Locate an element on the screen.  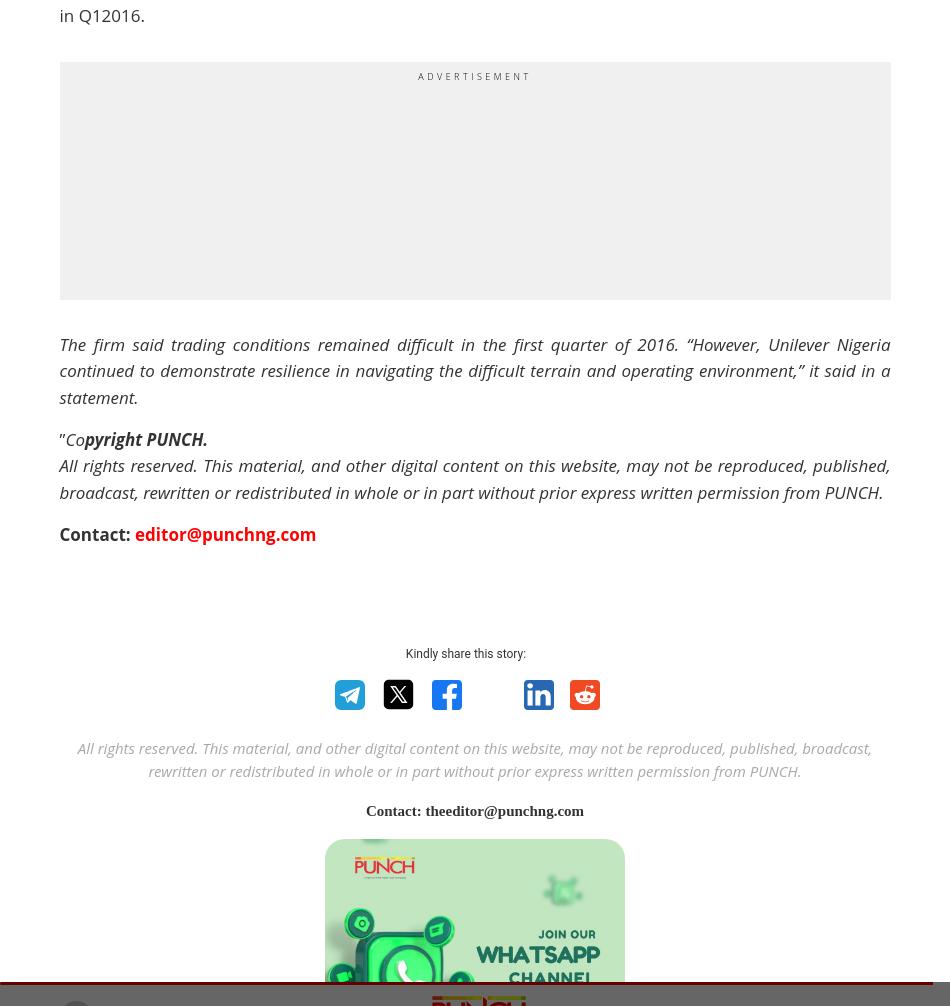
'Spice' is located at coordinates (644, 512).